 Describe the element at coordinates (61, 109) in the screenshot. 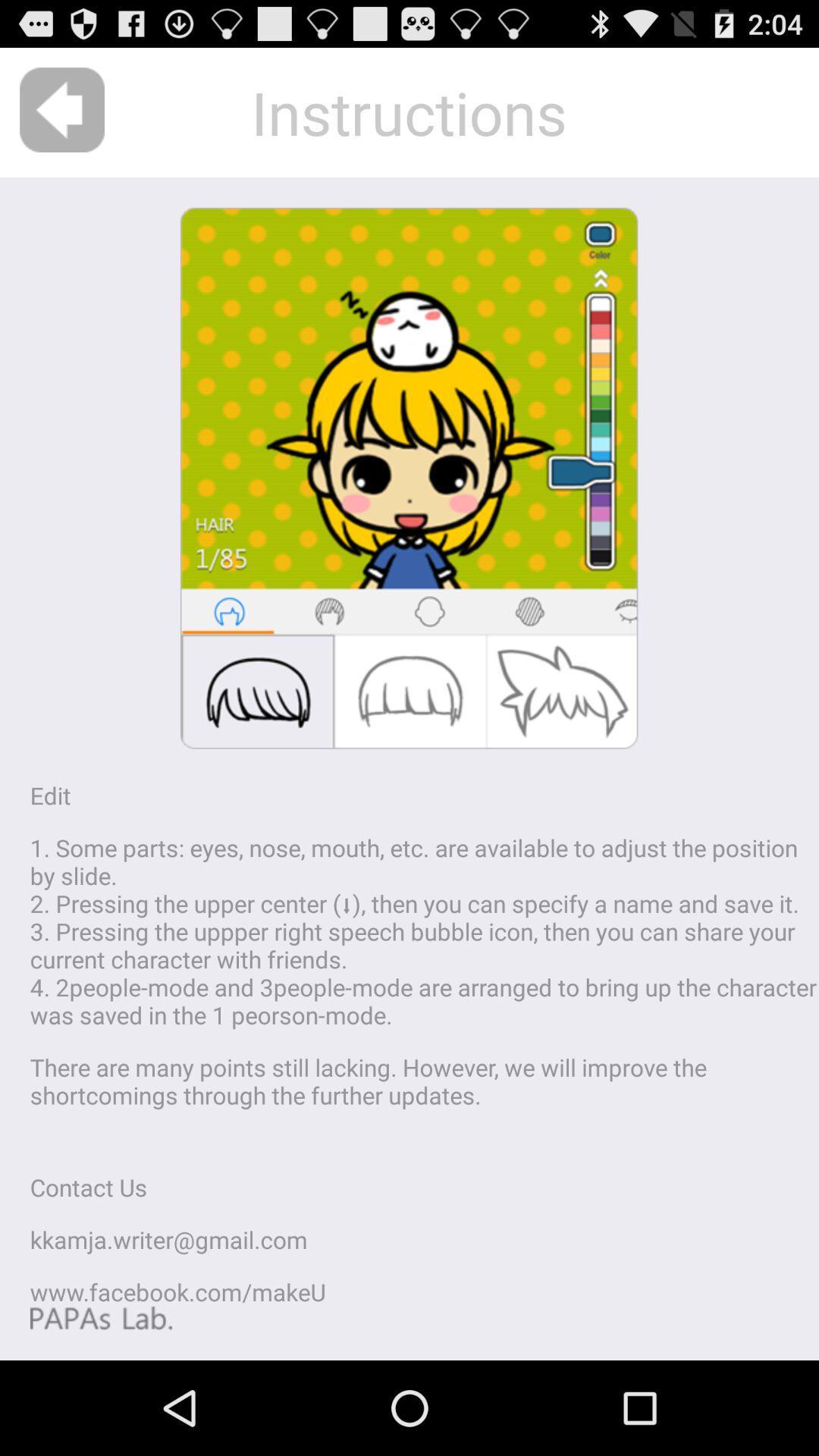

I see `the item next to instructions` at that location.